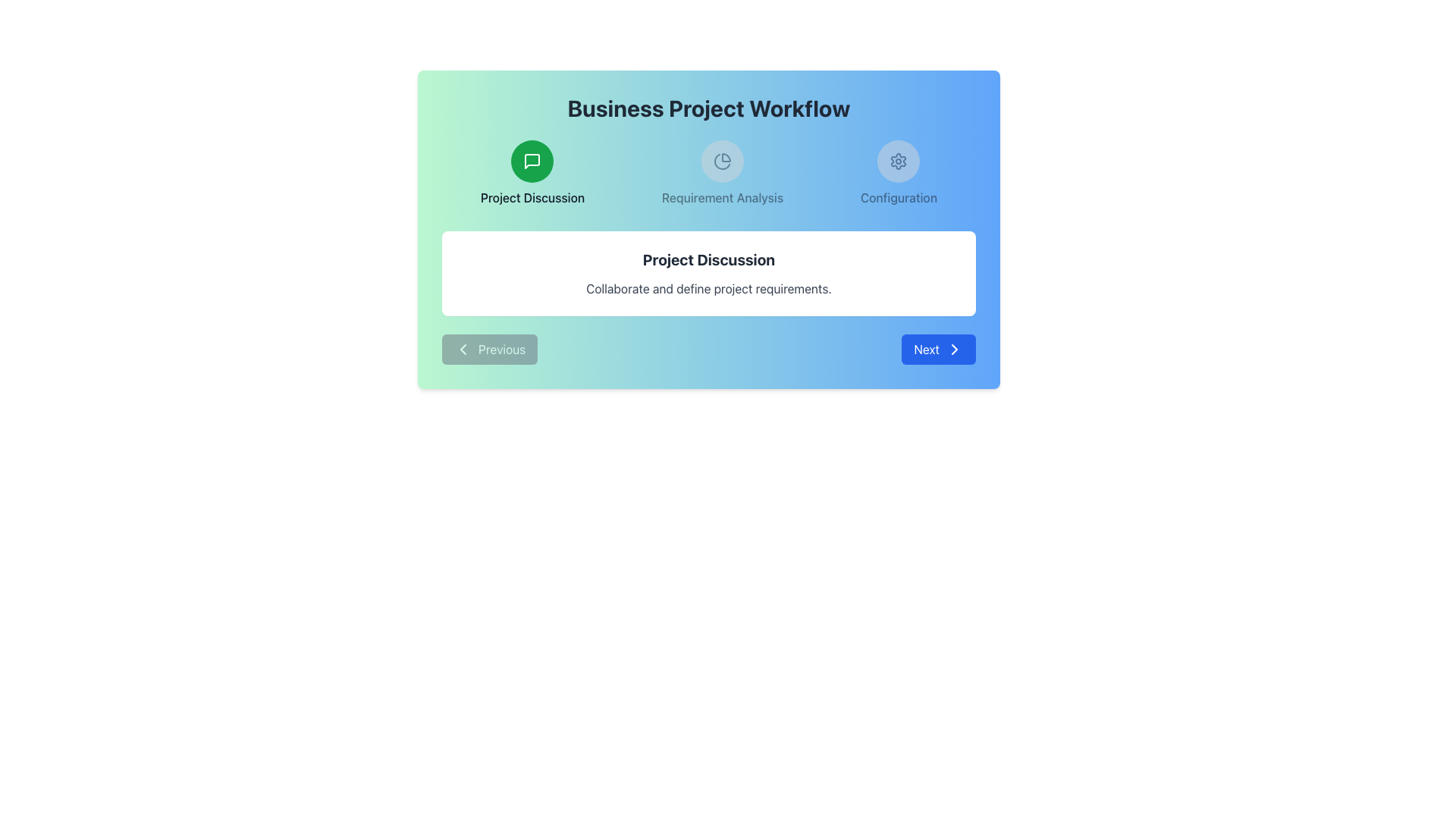 The width and height of the screenshot is (1456, 819). What do you see at coordinates (721, 172) in the screenshot?
I see `the Interactive workflow step indicator element, which features a circular icon with a pie-chart glyph in gray tones, located above the text 'Requirement Analysis'` at bounding box center [721, 172].